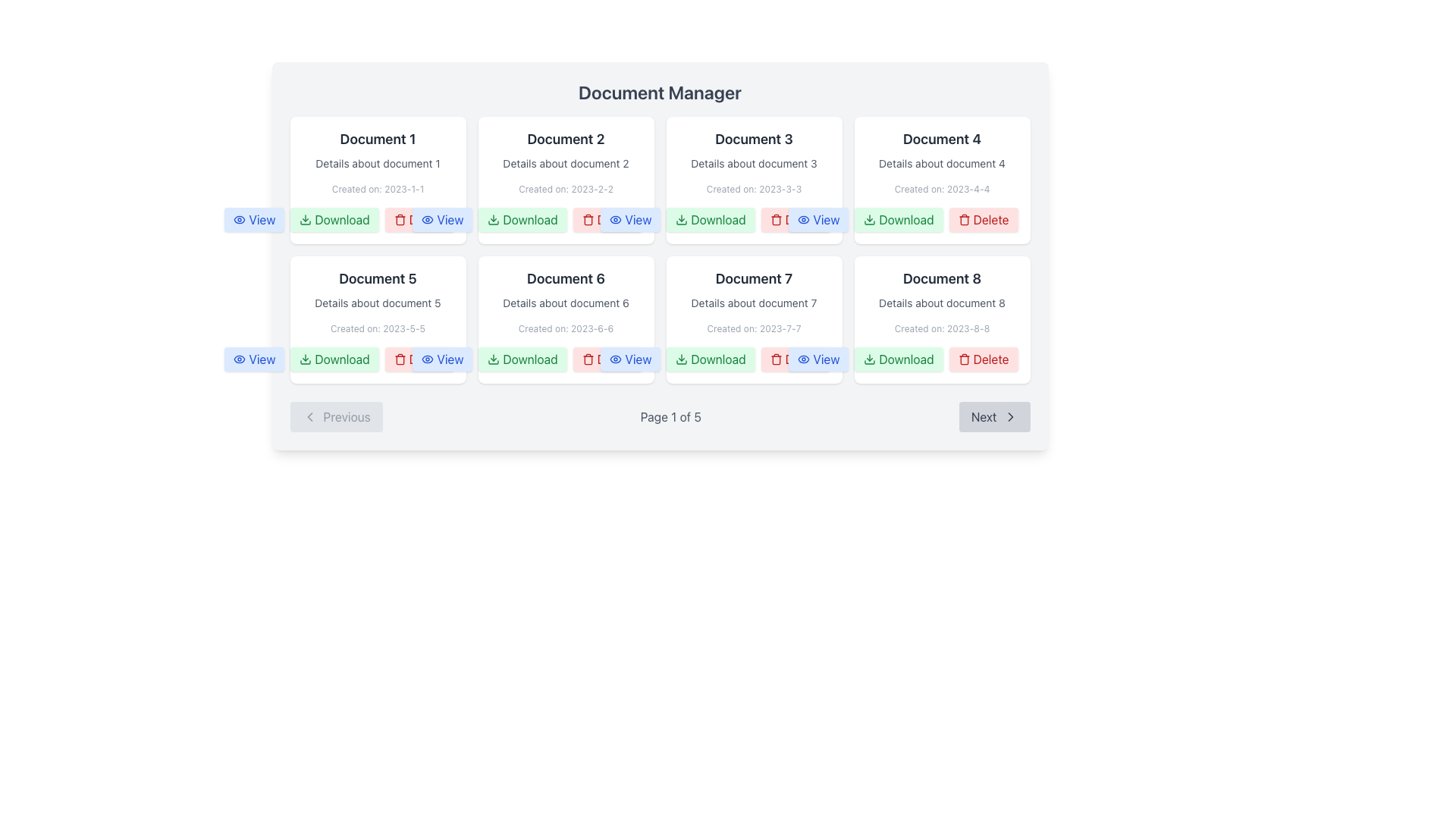 The width and height of the screenshot is (1456, 819). I want to click on the 'View' button with a blue background and eye-shaped icon, so click(441, 359).